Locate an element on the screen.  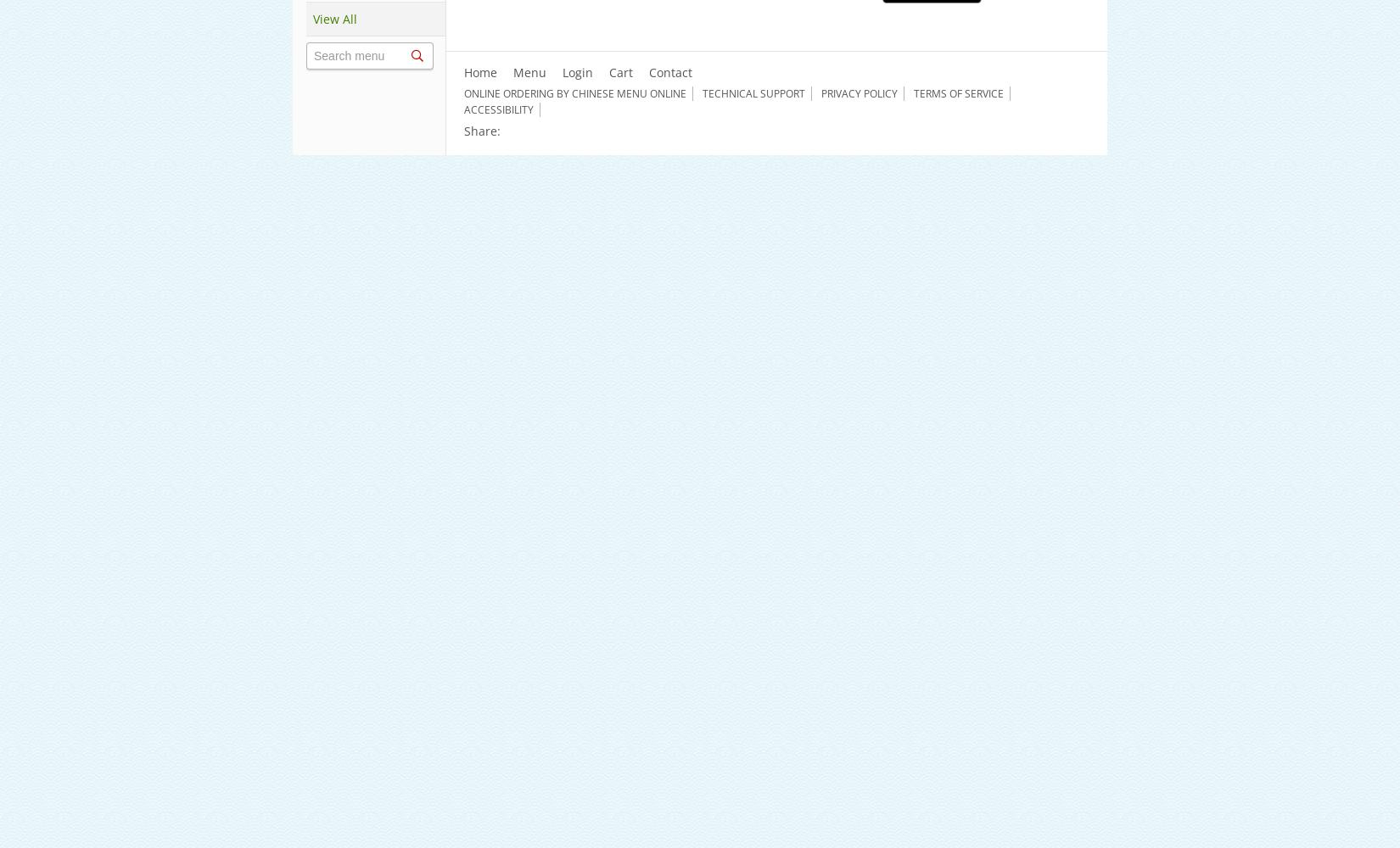
'Accessibility' is located at coordinates (497, 109).